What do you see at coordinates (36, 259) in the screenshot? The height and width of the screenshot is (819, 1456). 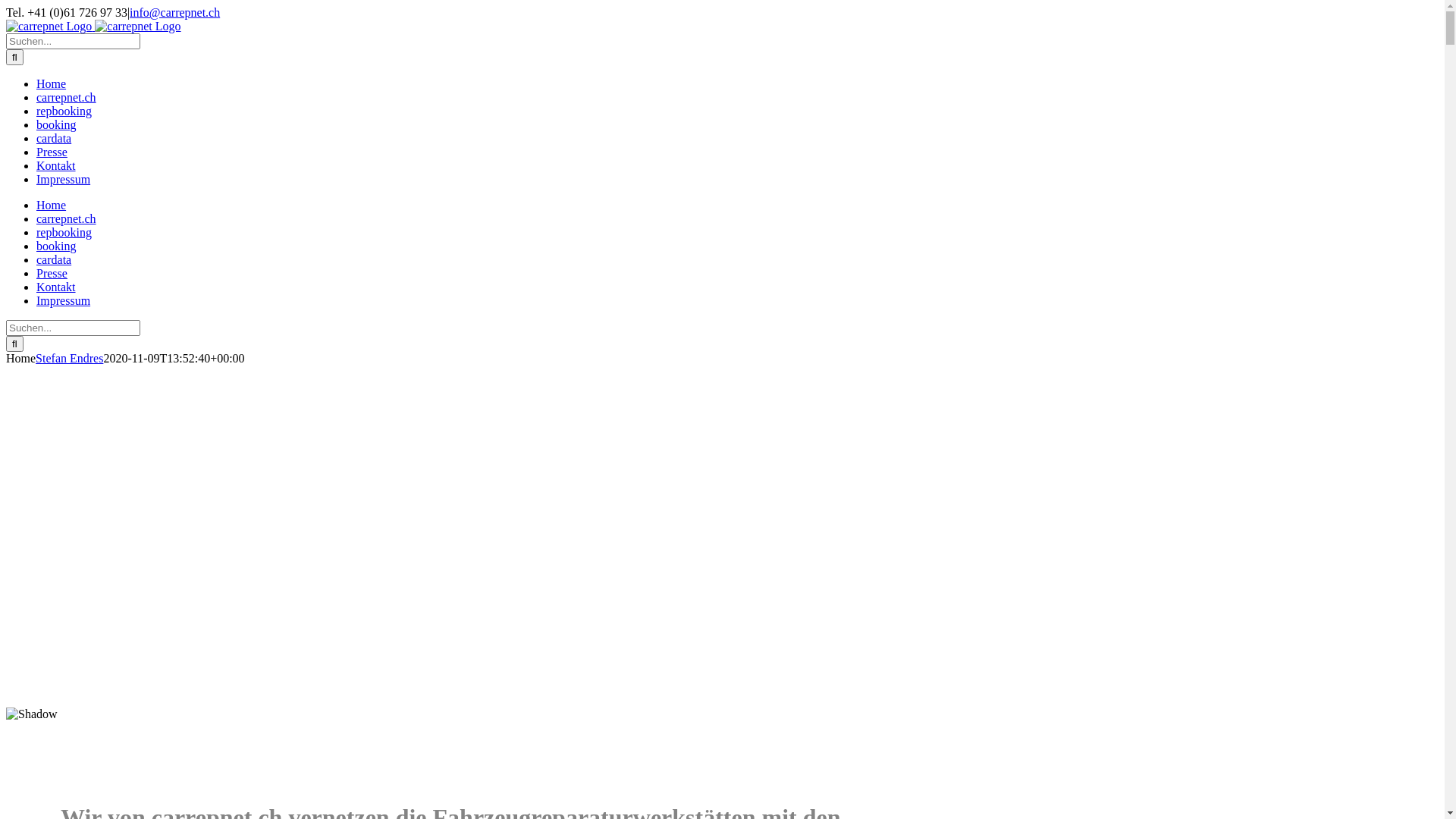 I see `'cardata'` at bounding box center [36, 259].